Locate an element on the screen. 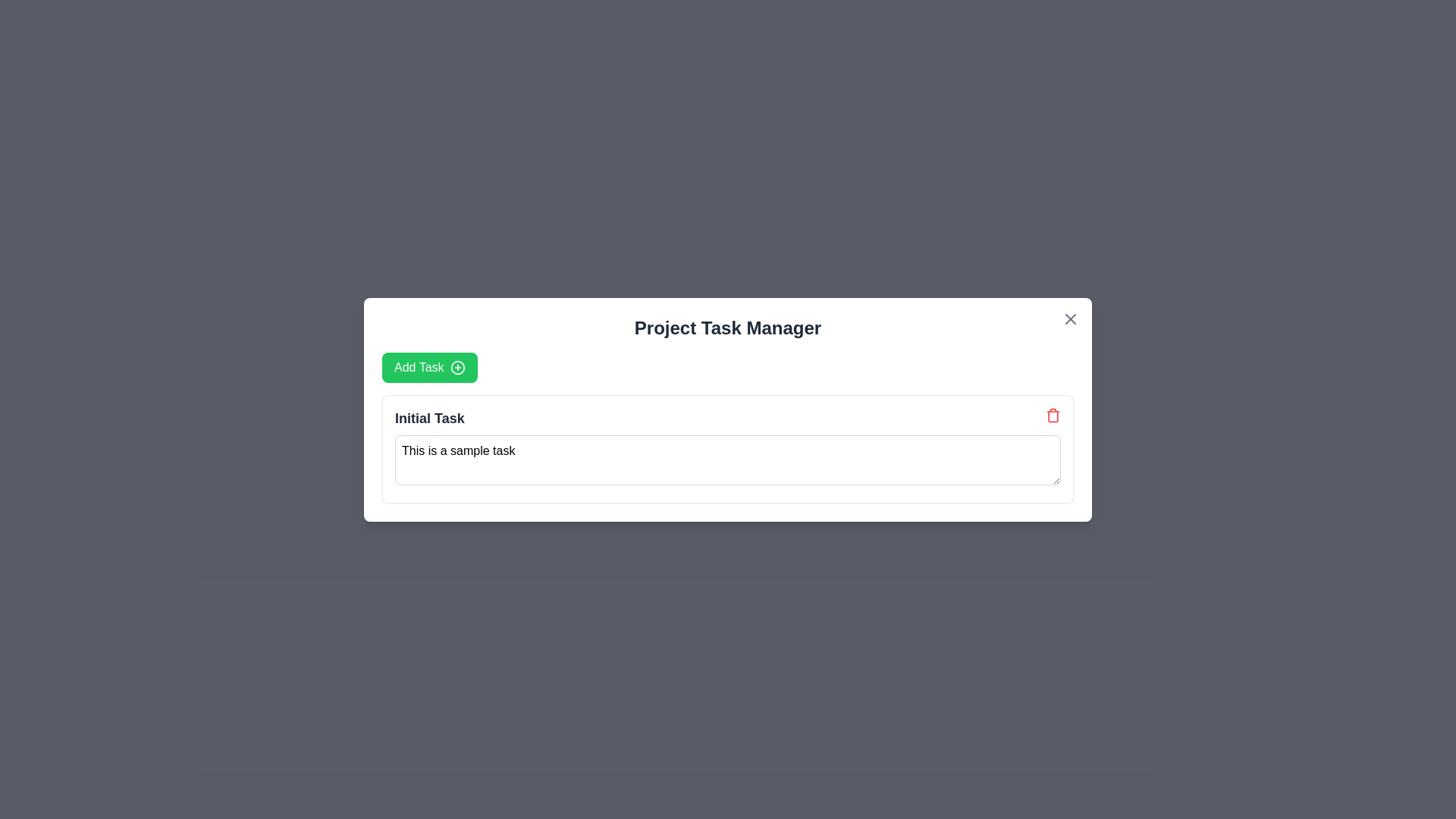 This screenshot has height=819, width=1456. the delete button located in the top-right corner of the 'Initial Task' is located at coordinates (1052, 415).